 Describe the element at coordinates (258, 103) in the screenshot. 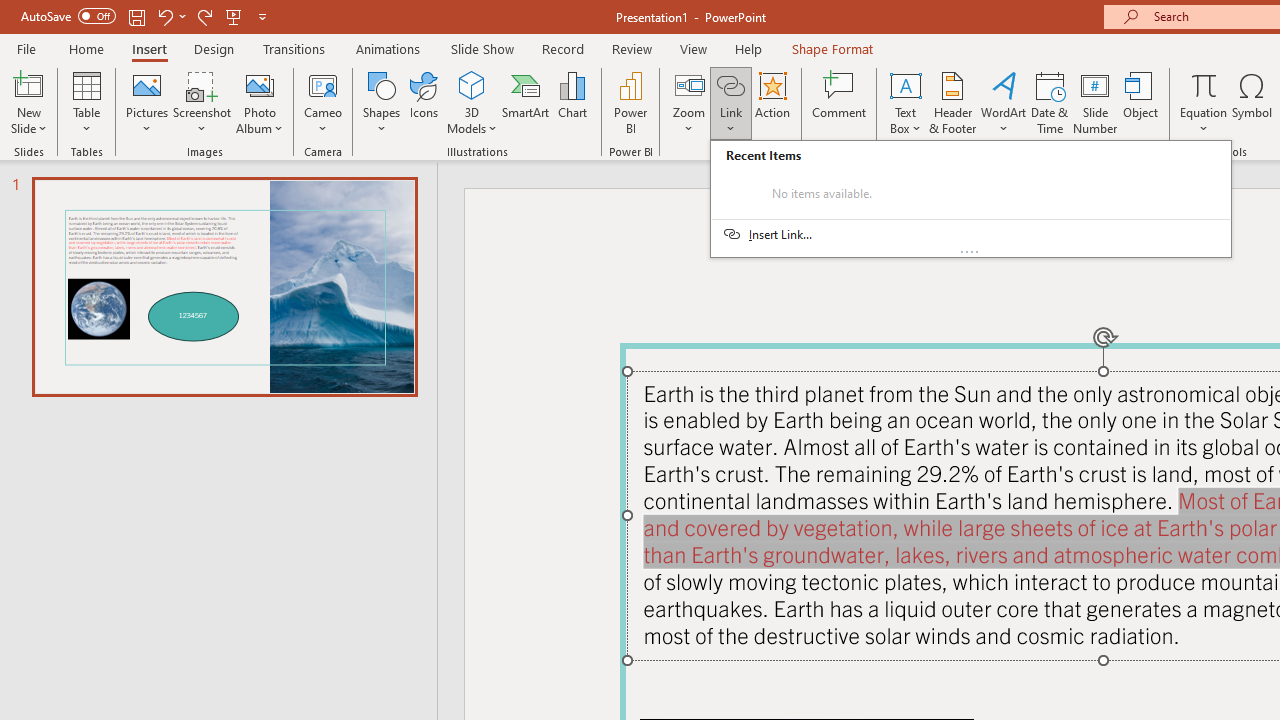

I see `'Photo Album...'` at that location.